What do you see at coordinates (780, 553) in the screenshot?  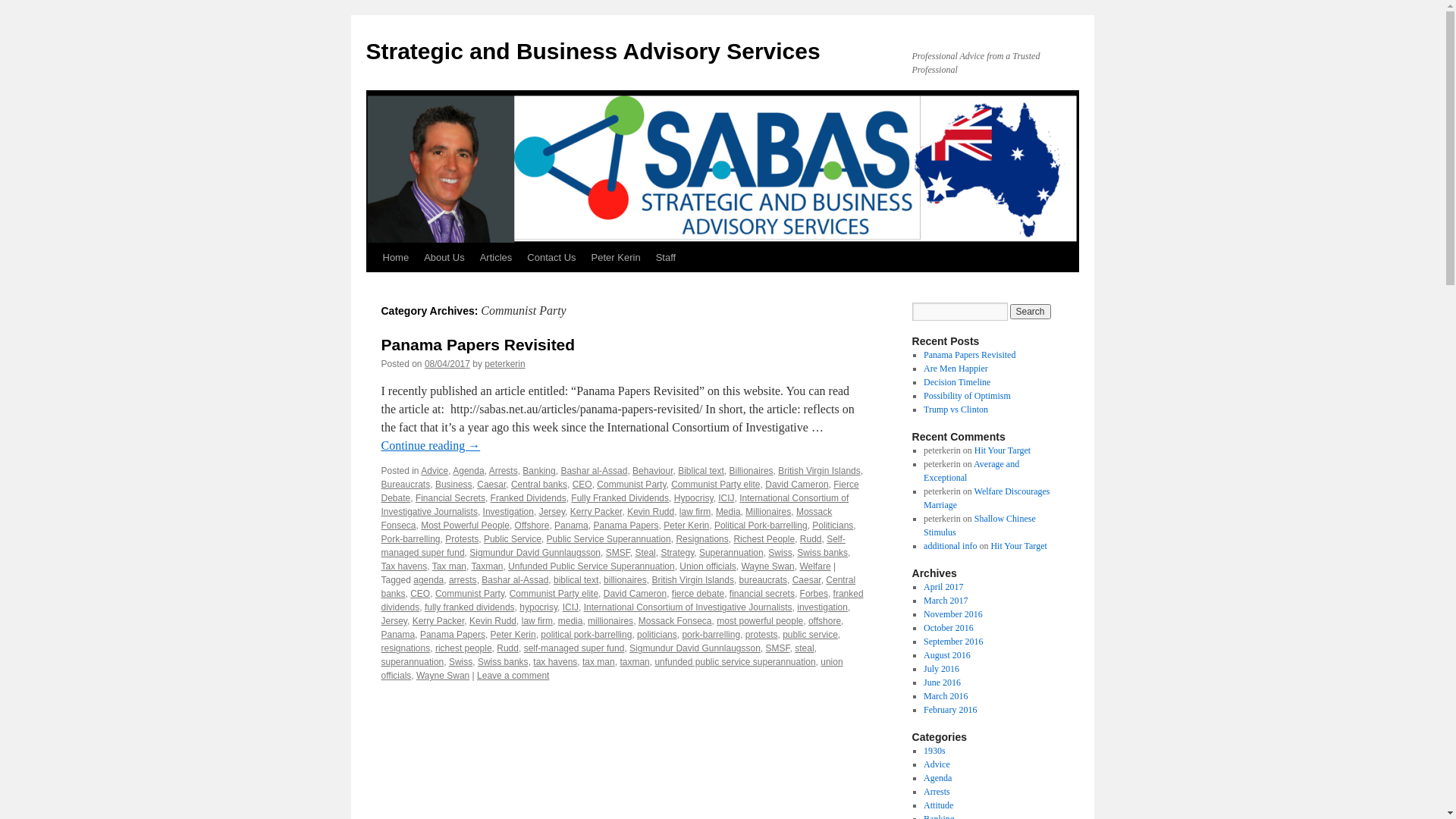 I see `'Swiss'` at bounding box center [780, 553].